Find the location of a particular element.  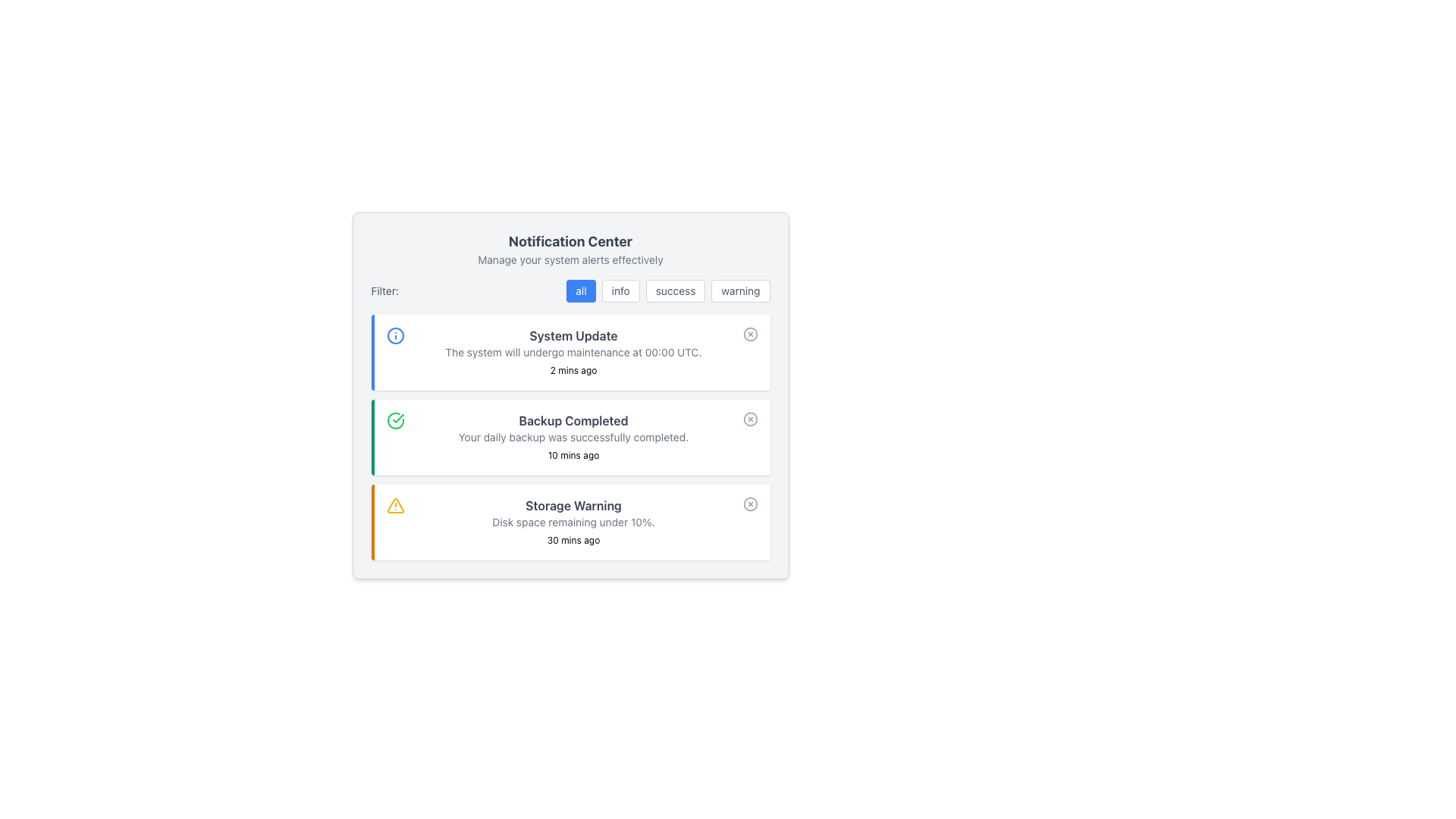

the 'success' button, which is the third button in a horizontal group of filter options below the 'Filter:' label is located at coordinates (667, 291).